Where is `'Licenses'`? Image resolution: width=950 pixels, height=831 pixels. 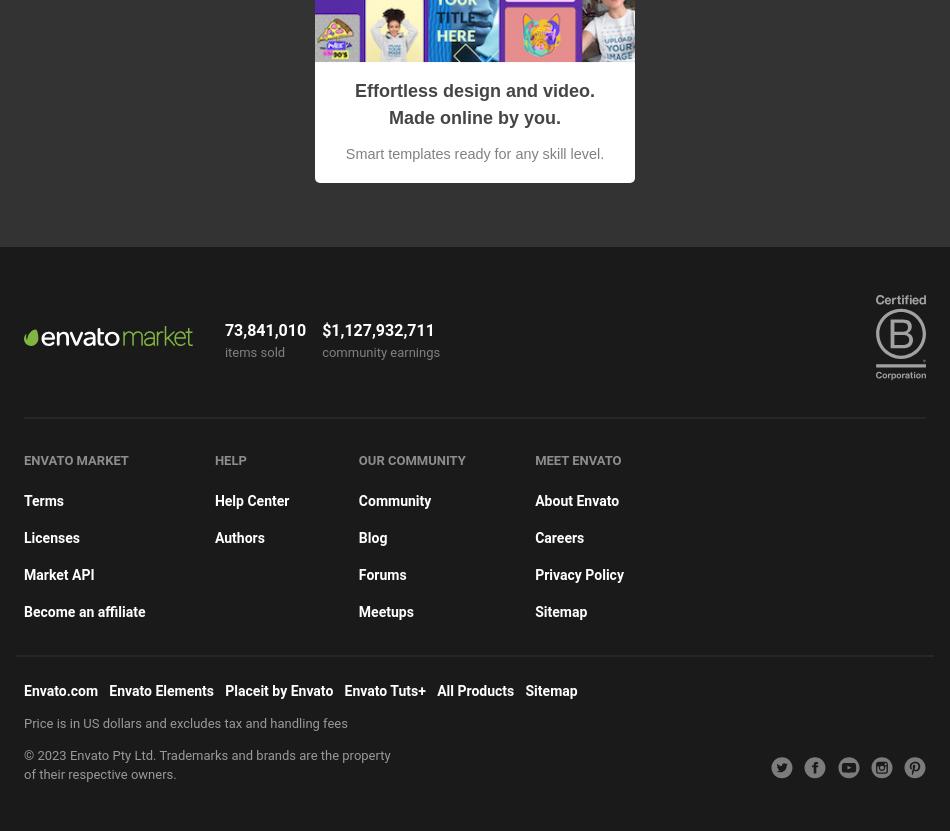 'Licenses' is located at coordinates (51, 536).